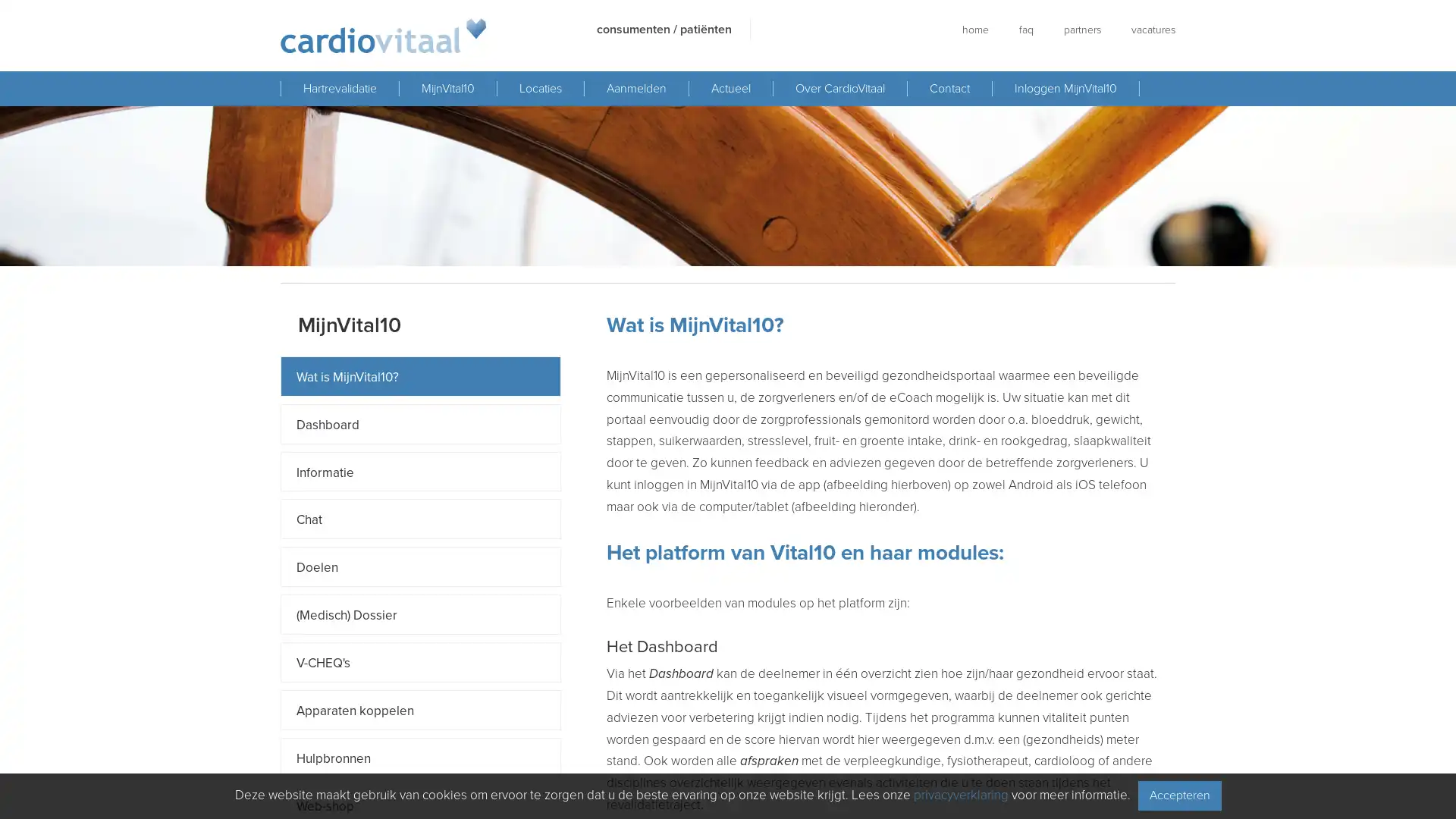  What do you see at coordinates (1178, 795) in the screenshot?
I see `Accepteren` at bounding box center [1178, 795].